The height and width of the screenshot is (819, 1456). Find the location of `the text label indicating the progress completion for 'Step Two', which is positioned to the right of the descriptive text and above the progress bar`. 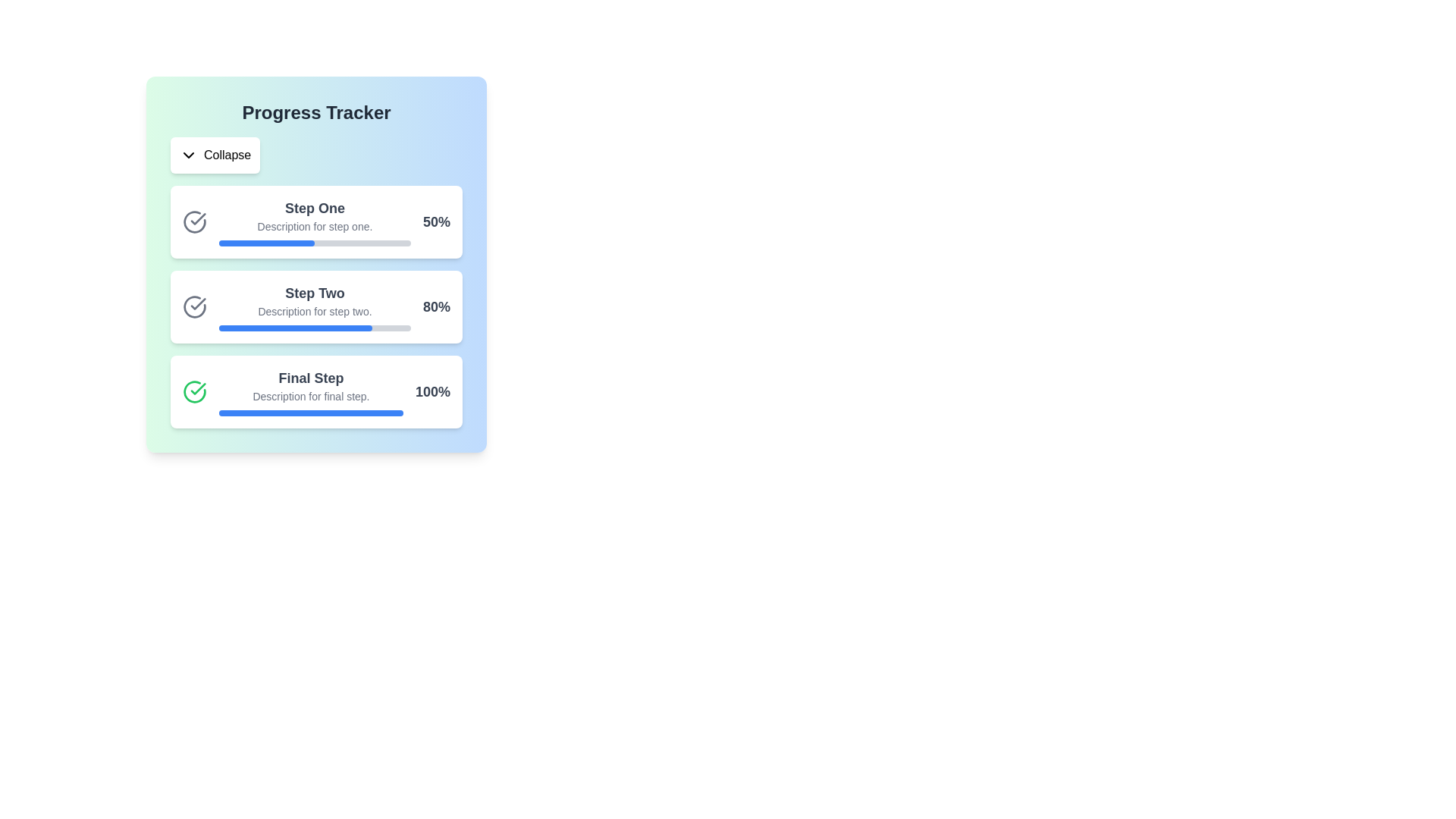

the text label indicating the progress completion for 'Step Two', which is positioned to the right of the descriptive text and above the progress bar is located at coordinates (436, 307).